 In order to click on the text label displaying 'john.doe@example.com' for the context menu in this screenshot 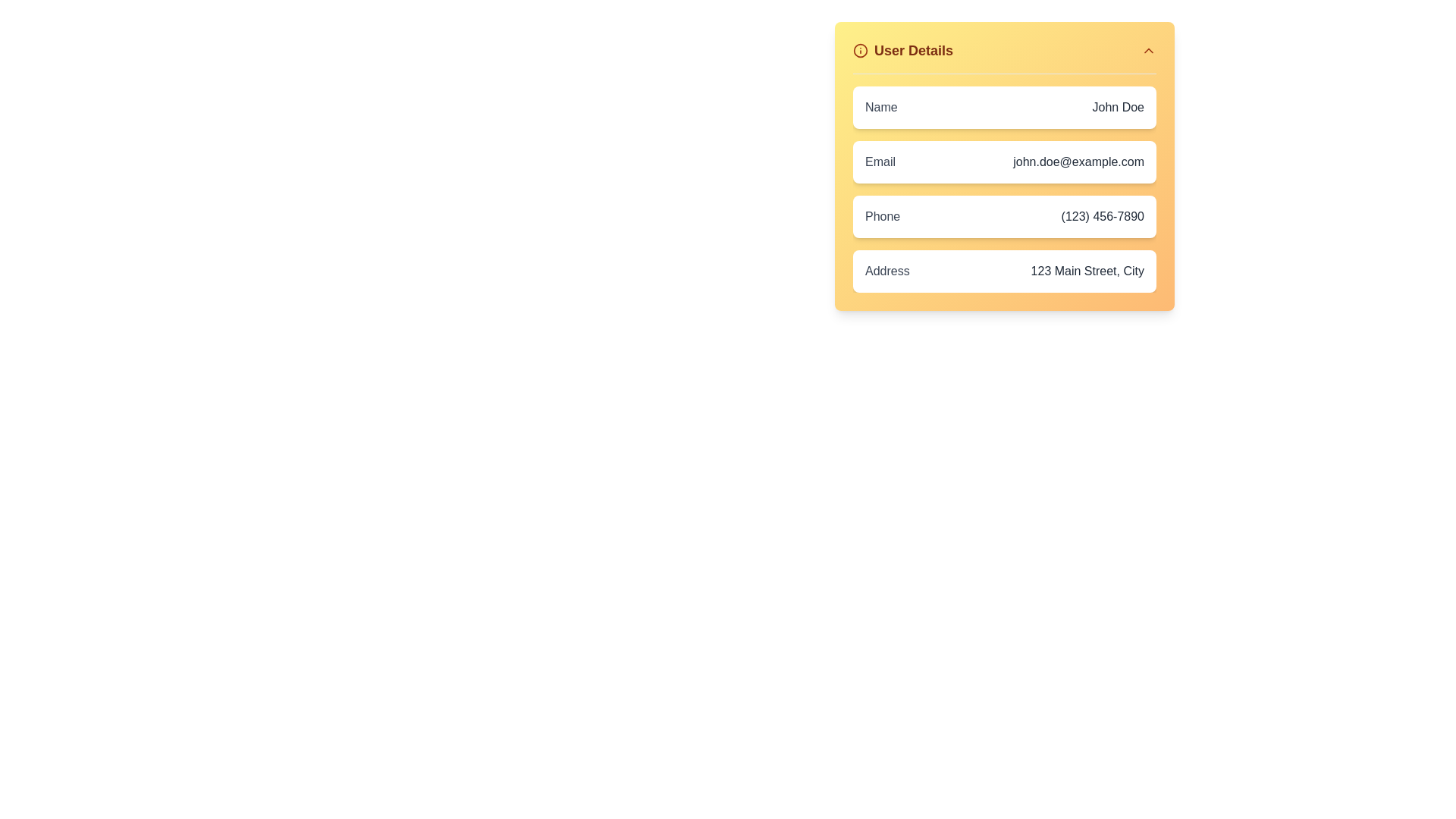, I will do `click(1077, 162)`.